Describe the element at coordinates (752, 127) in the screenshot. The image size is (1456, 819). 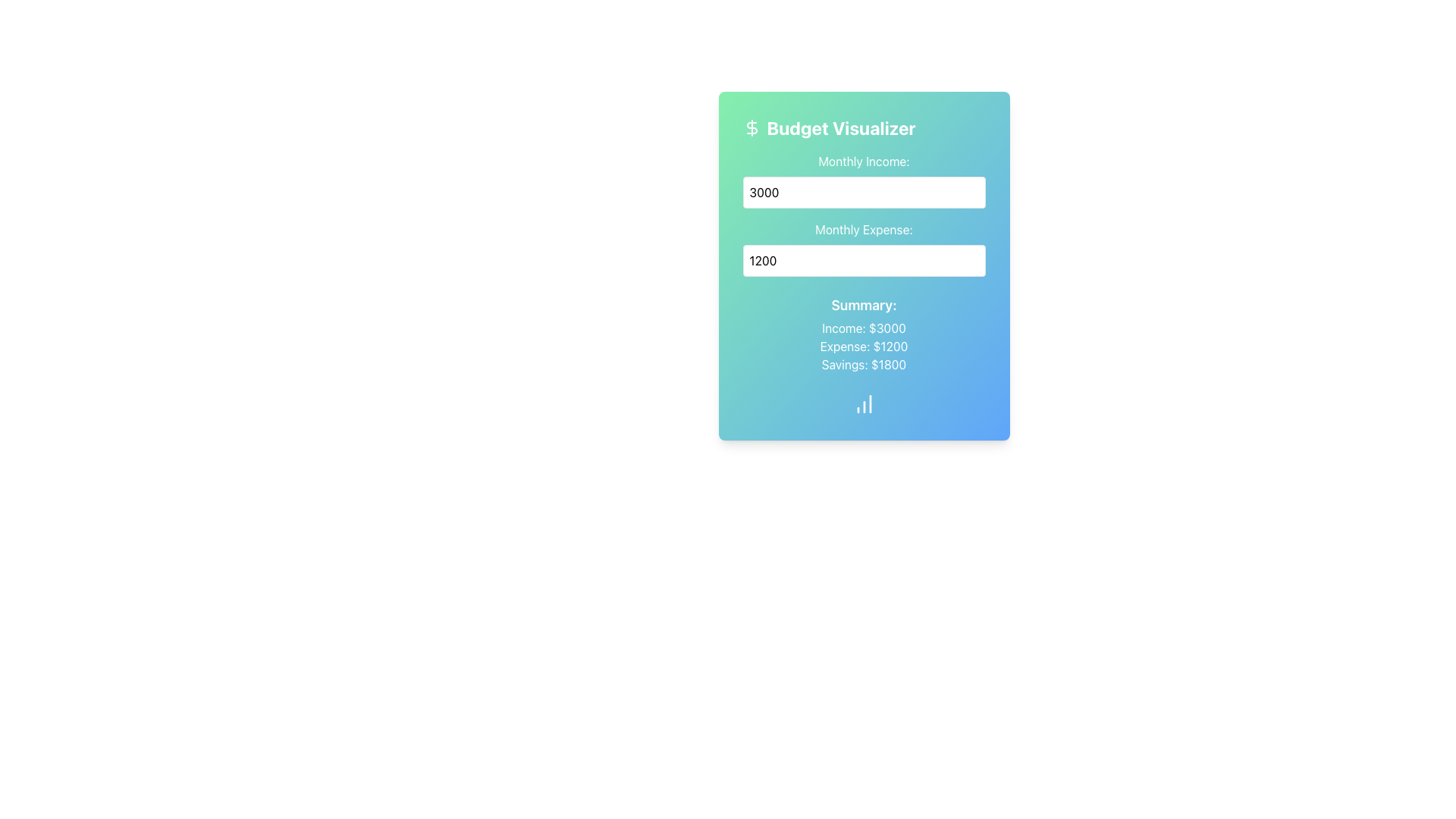
I see `the lower curved segment of the dollar sign icon in the SVG graphic, which is part of the 'Budget Visualizer' layout` at that location.